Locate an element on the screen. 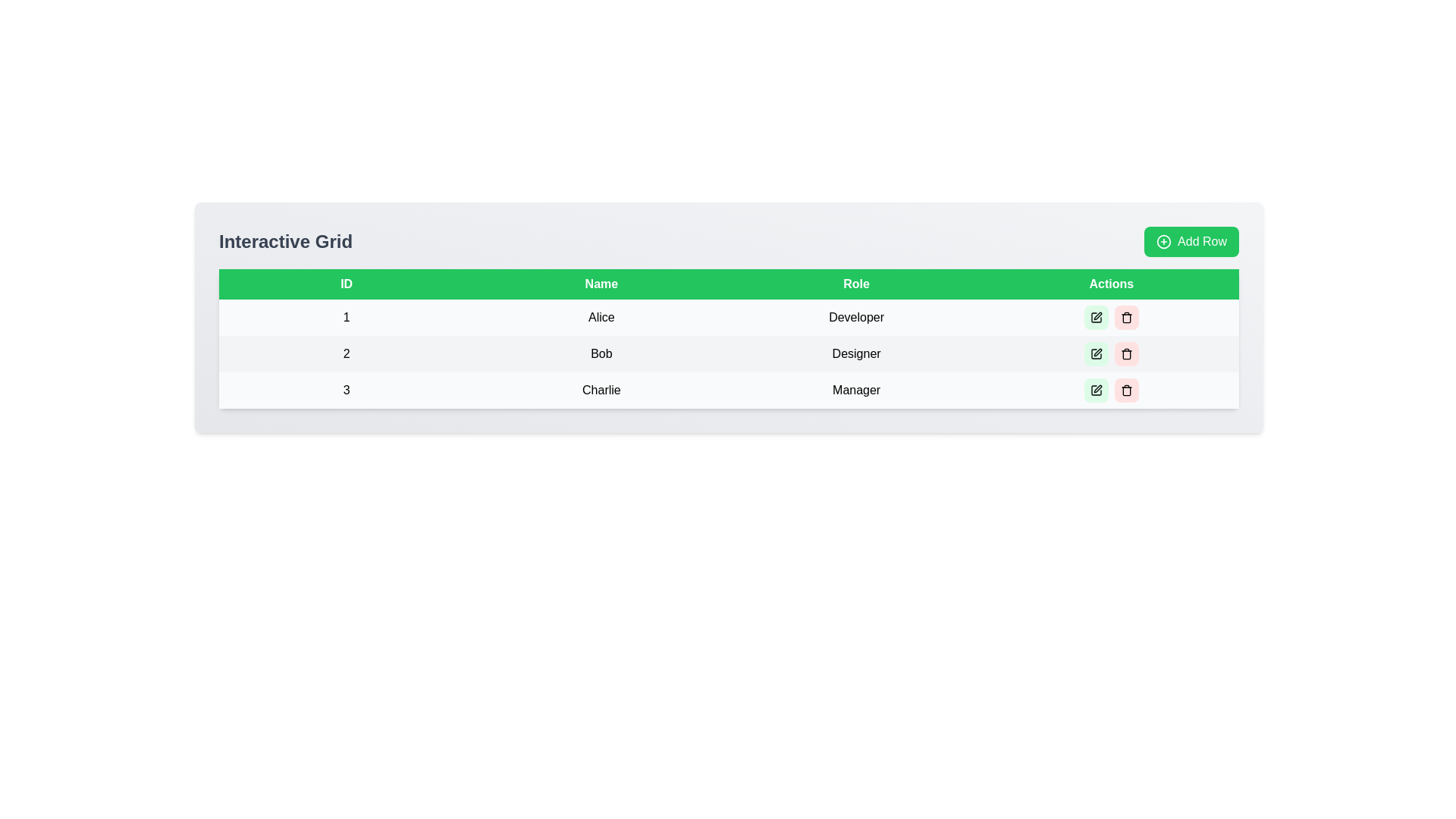 The width and height of the screenshot is (1456, 819). the delete button for the data record of 'Charlie' as Manager is located at coordinates (1126, 390).